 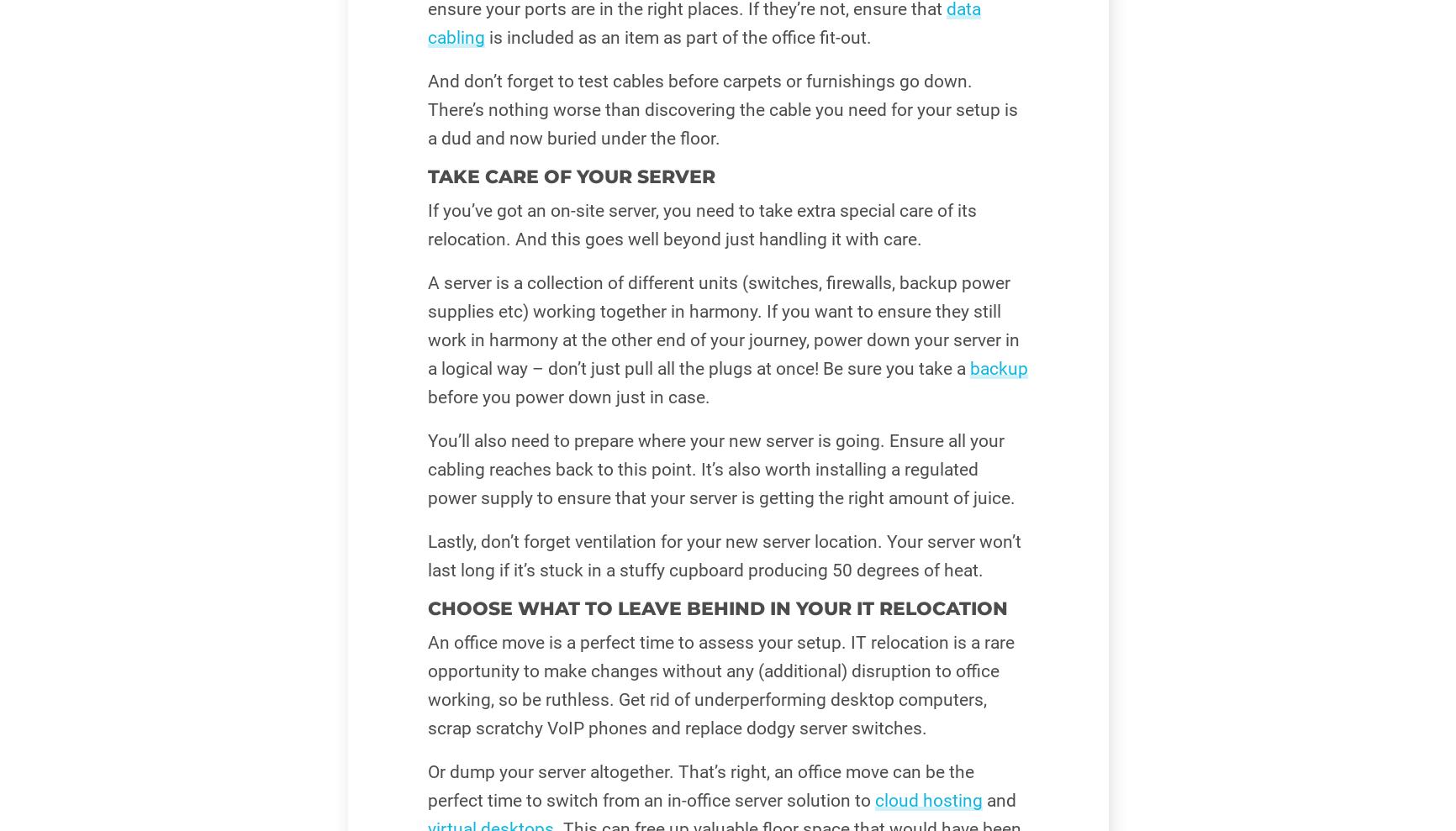 I want to click on 'You’ll also need to prepare where your new server is going. Ensure all your cabling reaches back to this point. It’s also worth installing a regulated power supply to ensure that your server is getting the right amount of juice.', so click(x=720, y=468).